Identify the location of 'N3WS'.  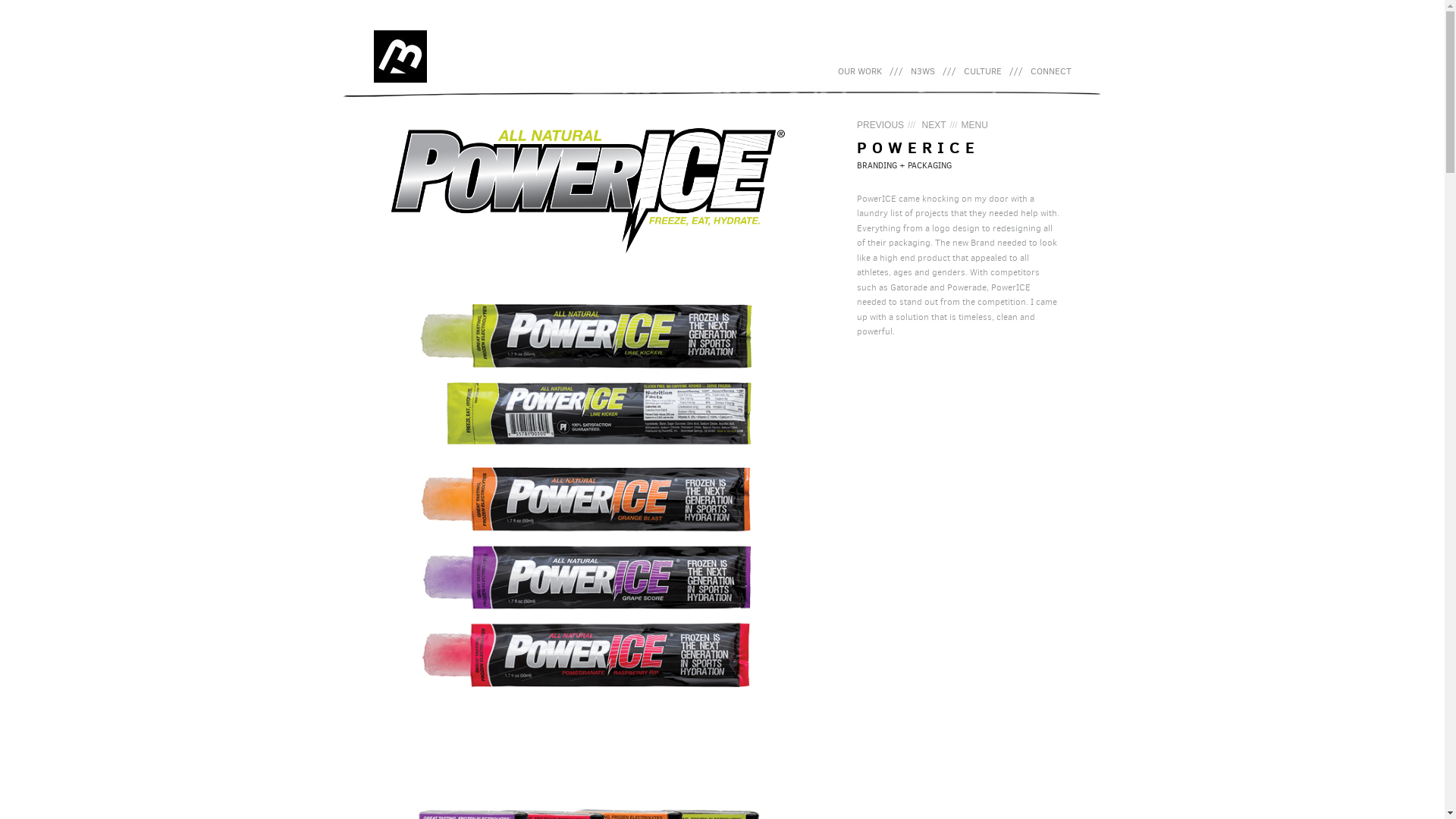
(922, 72).